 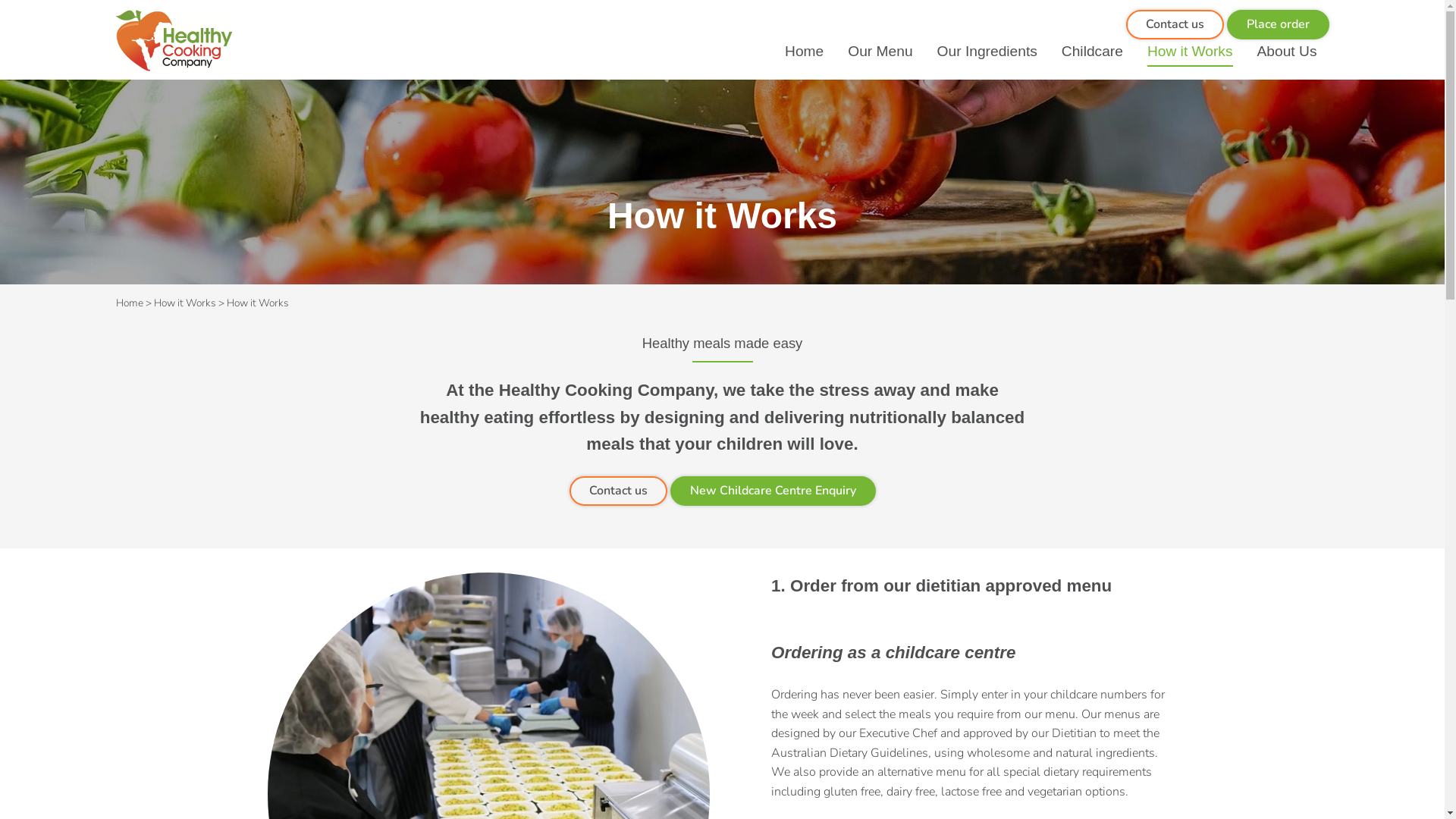 What do you see at coordinates (1277, 24) in the screenshot?
I see `'Place order'` at bounding box center [1277, 24].